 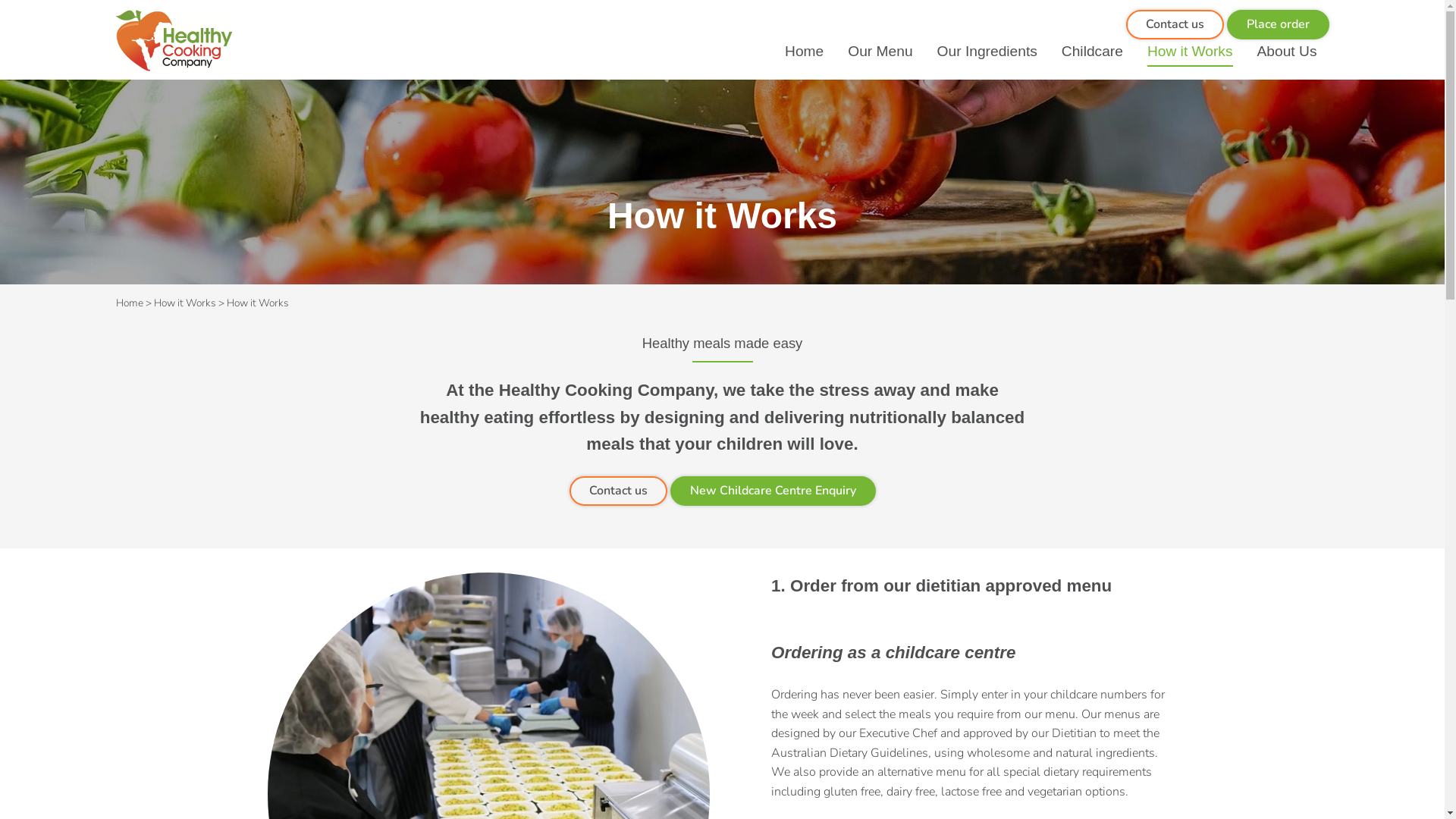 What do you see at coordinates (1277, 24) in the screenshot?
I see `'Place order'` at bounding box center [1277, 24].